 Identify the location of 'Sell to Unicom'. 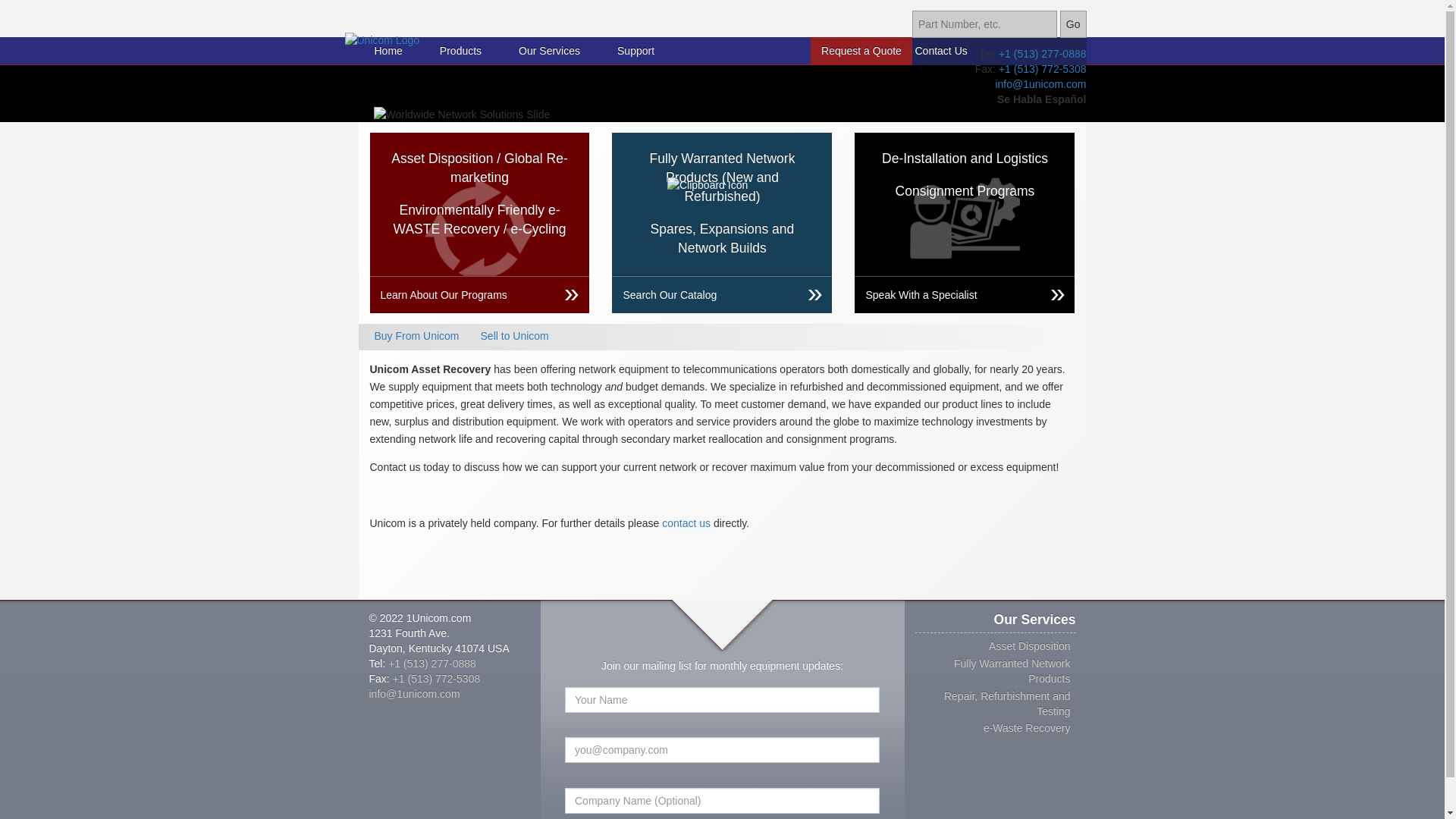
(514, 335).